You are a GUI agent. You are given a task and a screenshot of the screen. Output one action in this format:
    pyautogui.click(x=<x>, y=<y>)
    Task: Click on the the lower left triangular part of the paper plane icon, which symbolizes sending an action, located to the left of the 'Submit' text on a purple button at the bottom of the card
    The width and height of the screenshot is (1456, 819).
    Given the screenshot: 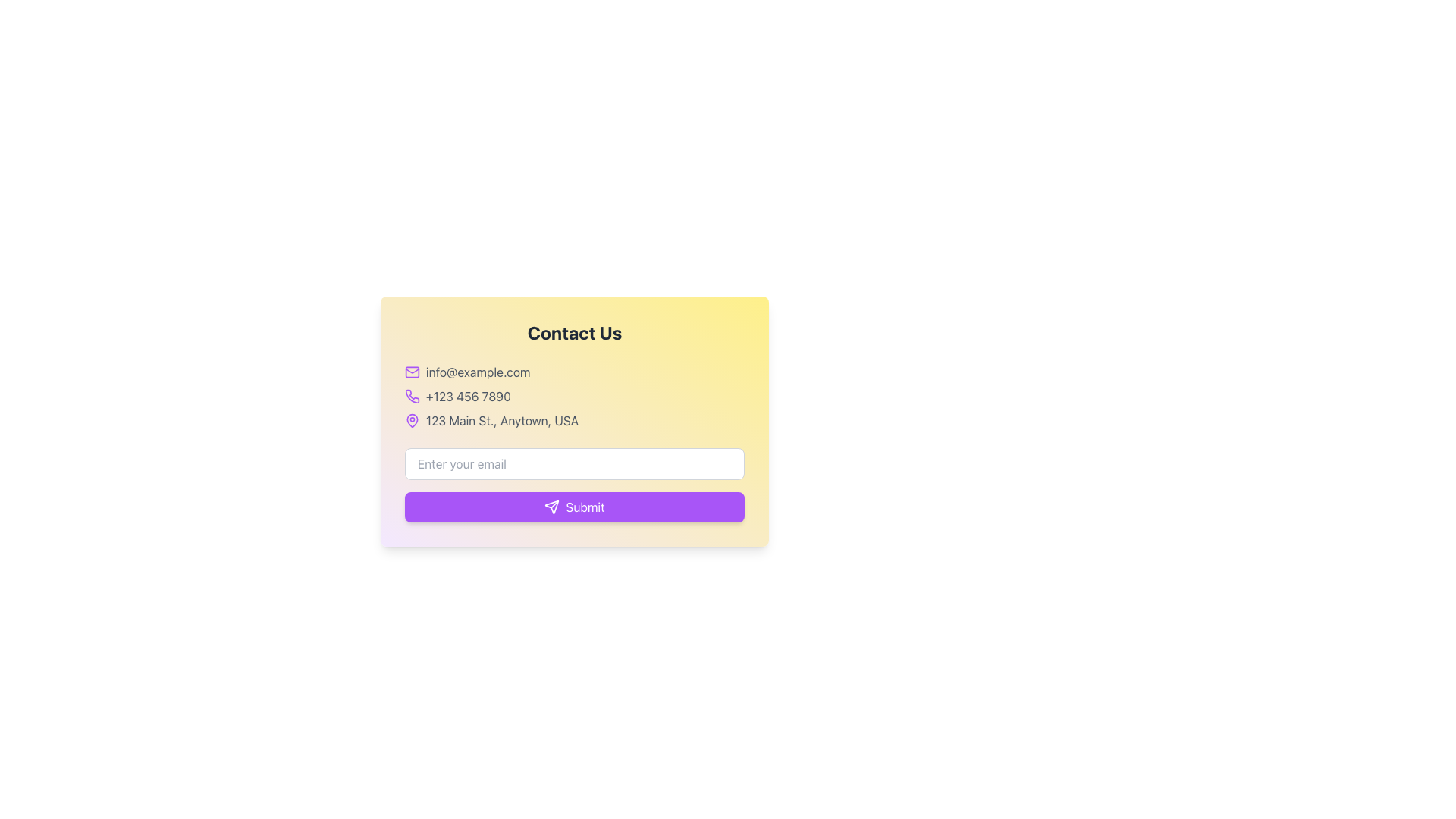 What is the action you would take?
    pyautogui.click(x=551, y=507)
    